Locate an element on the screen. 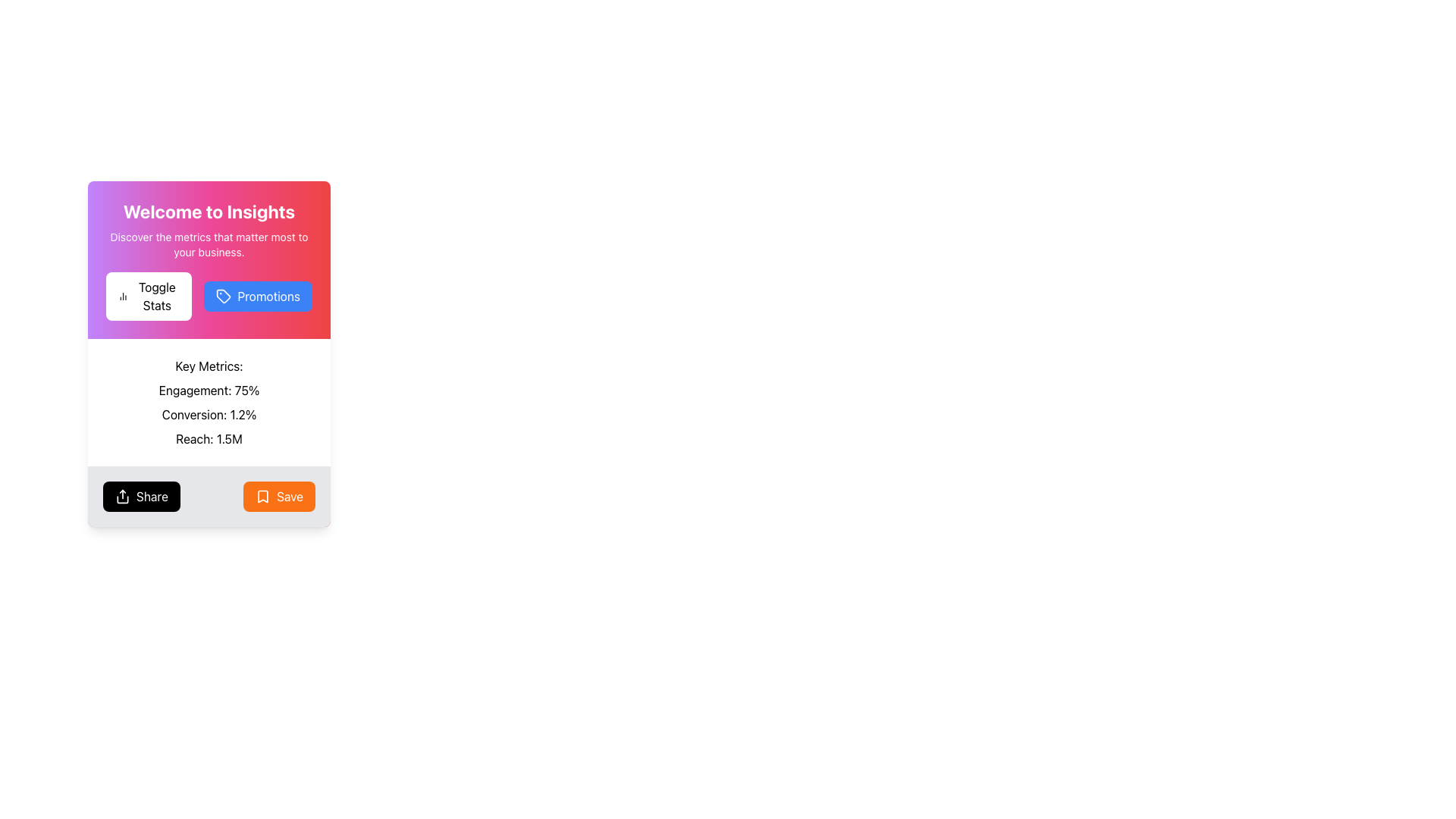  the text display that reads 'Engagement: 75%', which is located directly below the 'Key Metrics:' heading and aligned to the left is located at coordinates (208, 390).